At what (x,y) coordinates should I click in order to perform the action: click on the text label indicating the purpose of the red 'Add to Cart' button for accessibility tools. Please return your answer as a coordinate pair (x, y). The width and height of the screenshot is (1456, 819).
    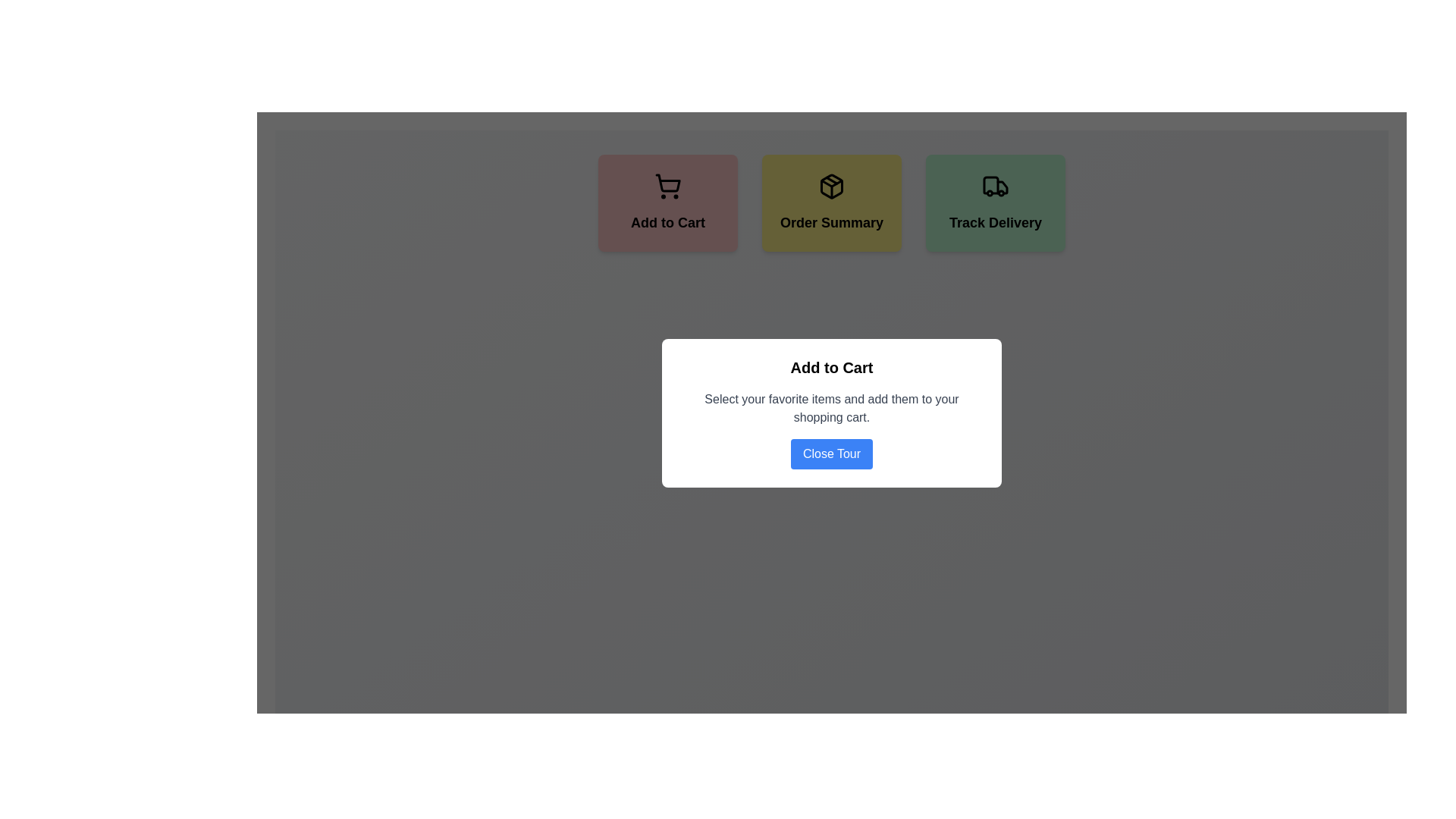
    Looking at the image, I should click on (667, 222).